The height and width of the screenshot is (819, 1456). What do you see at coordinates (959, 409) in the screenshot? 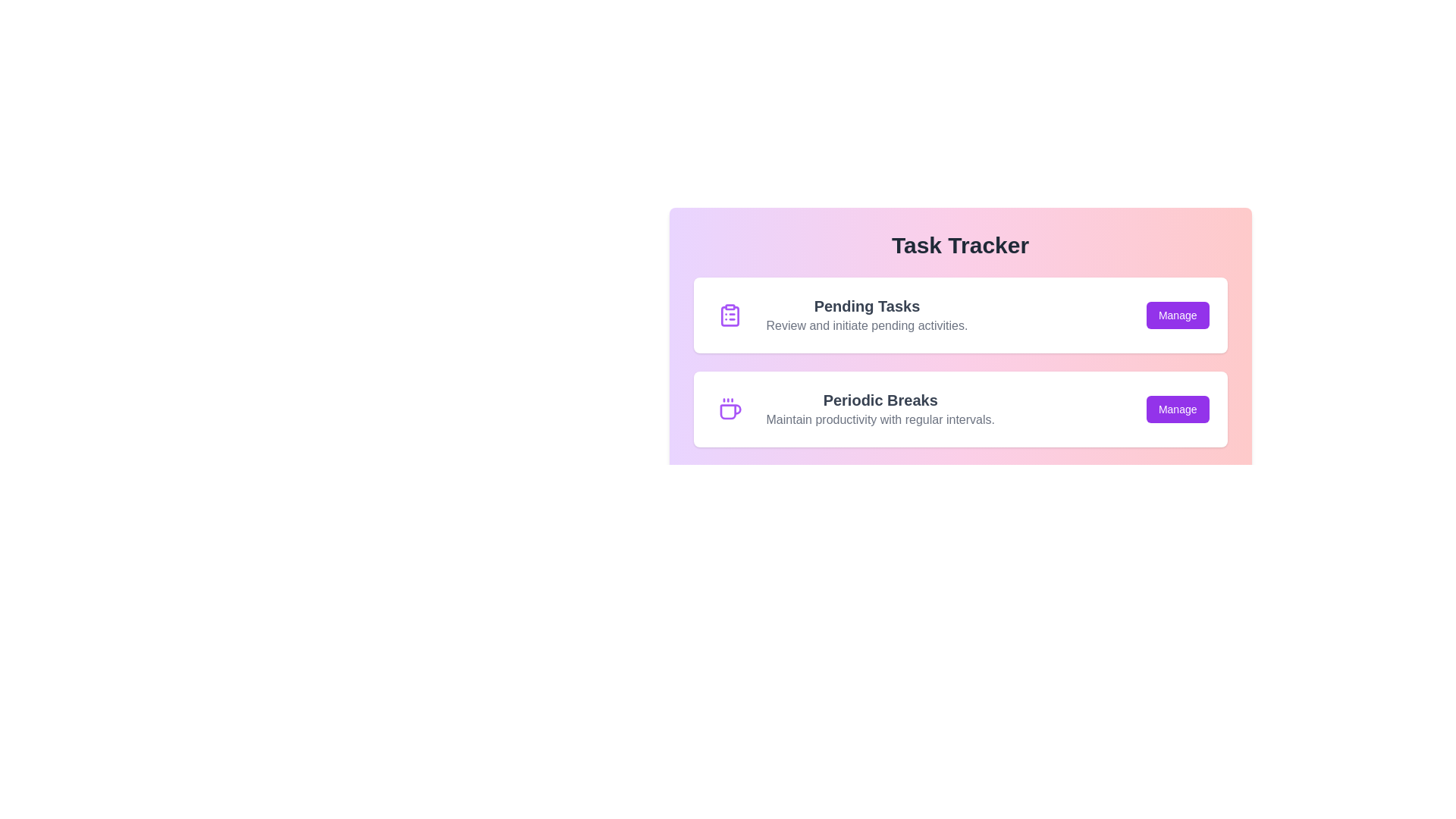
I see `the task item Periodic Breaks to observe its hover effect` at bounding box center [959, 409].